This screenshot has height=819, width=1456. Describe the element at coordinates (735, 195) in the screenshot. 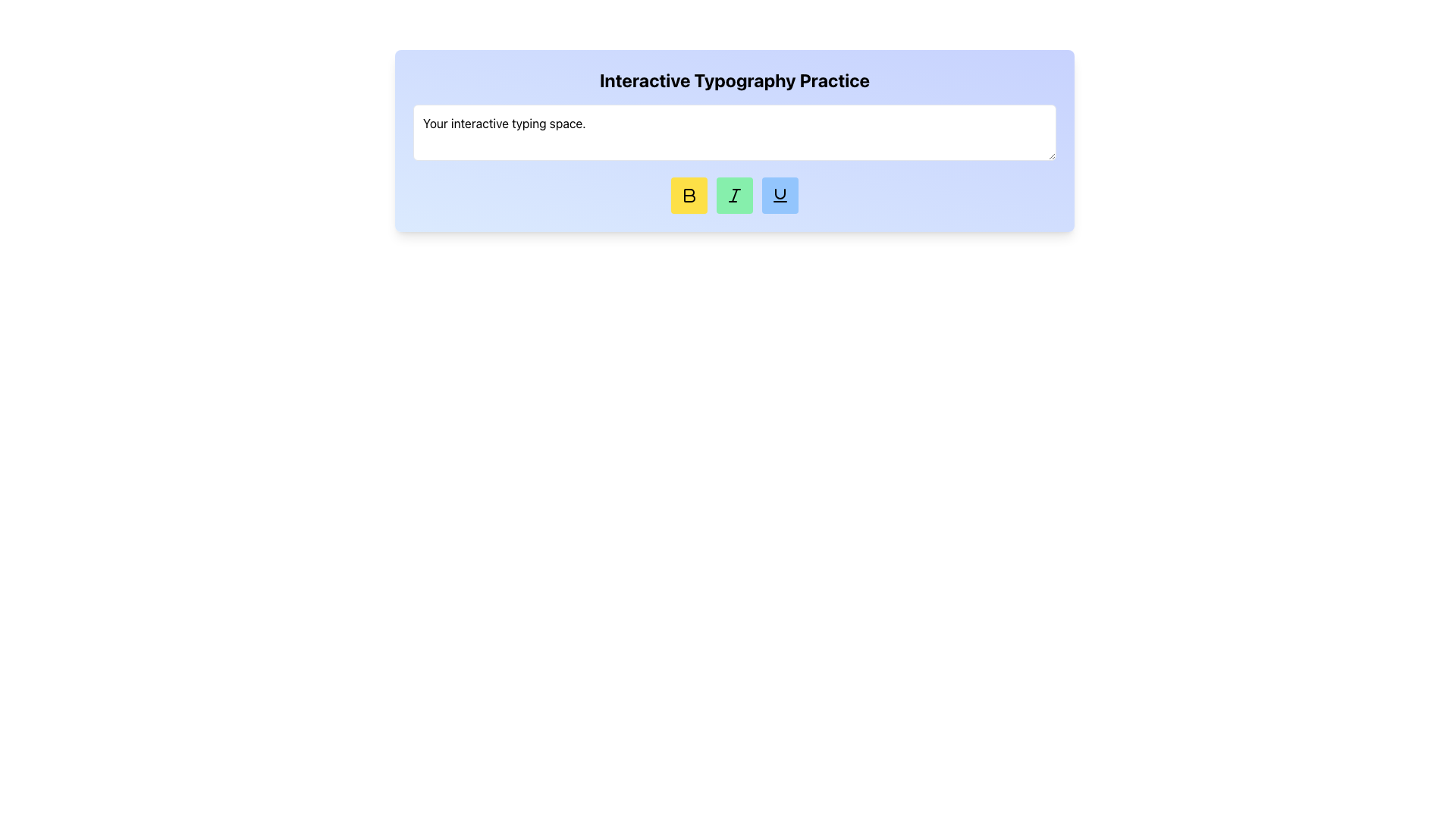

I see `the italic Icon button located between the bold 'B' yellow button and the underline 'U' blue button` at that location.